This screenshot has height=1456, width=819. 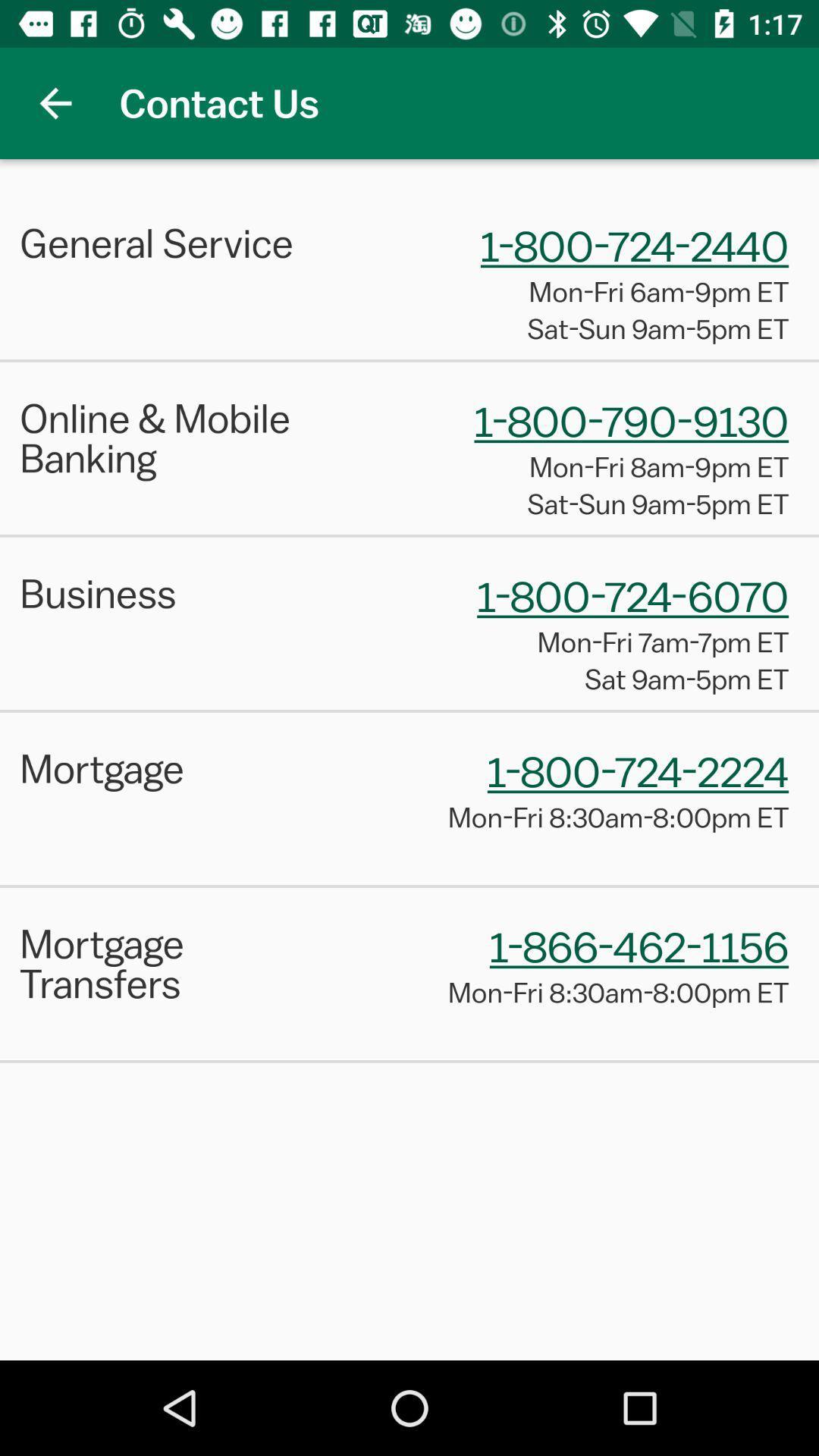 I want to click on online & mobile banking, so click(x=178, y=437).